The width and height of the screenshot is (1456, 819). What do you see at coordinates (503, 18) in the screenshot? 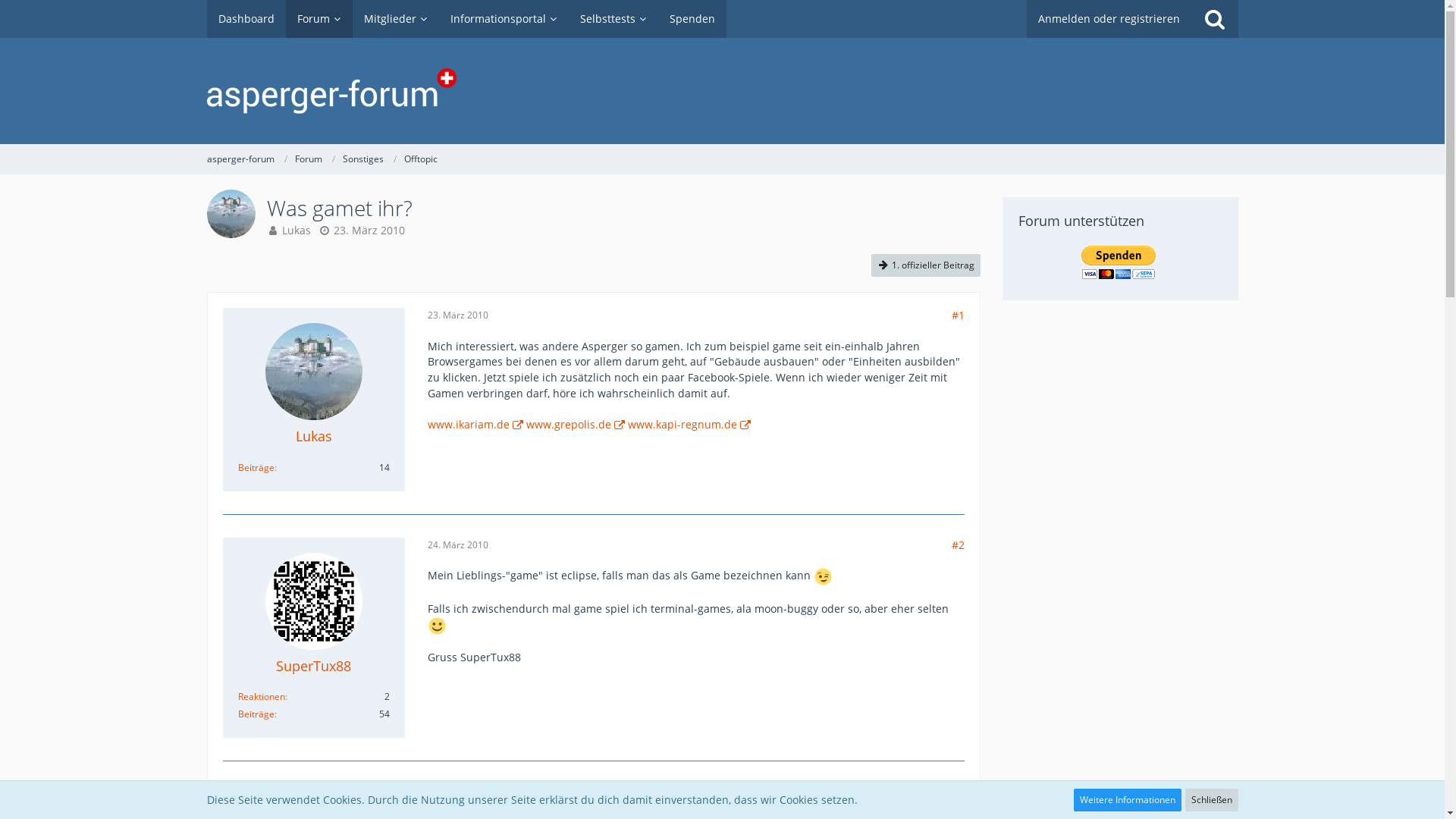
I see `'Informationsportal'` at bounding box center [503, 18].